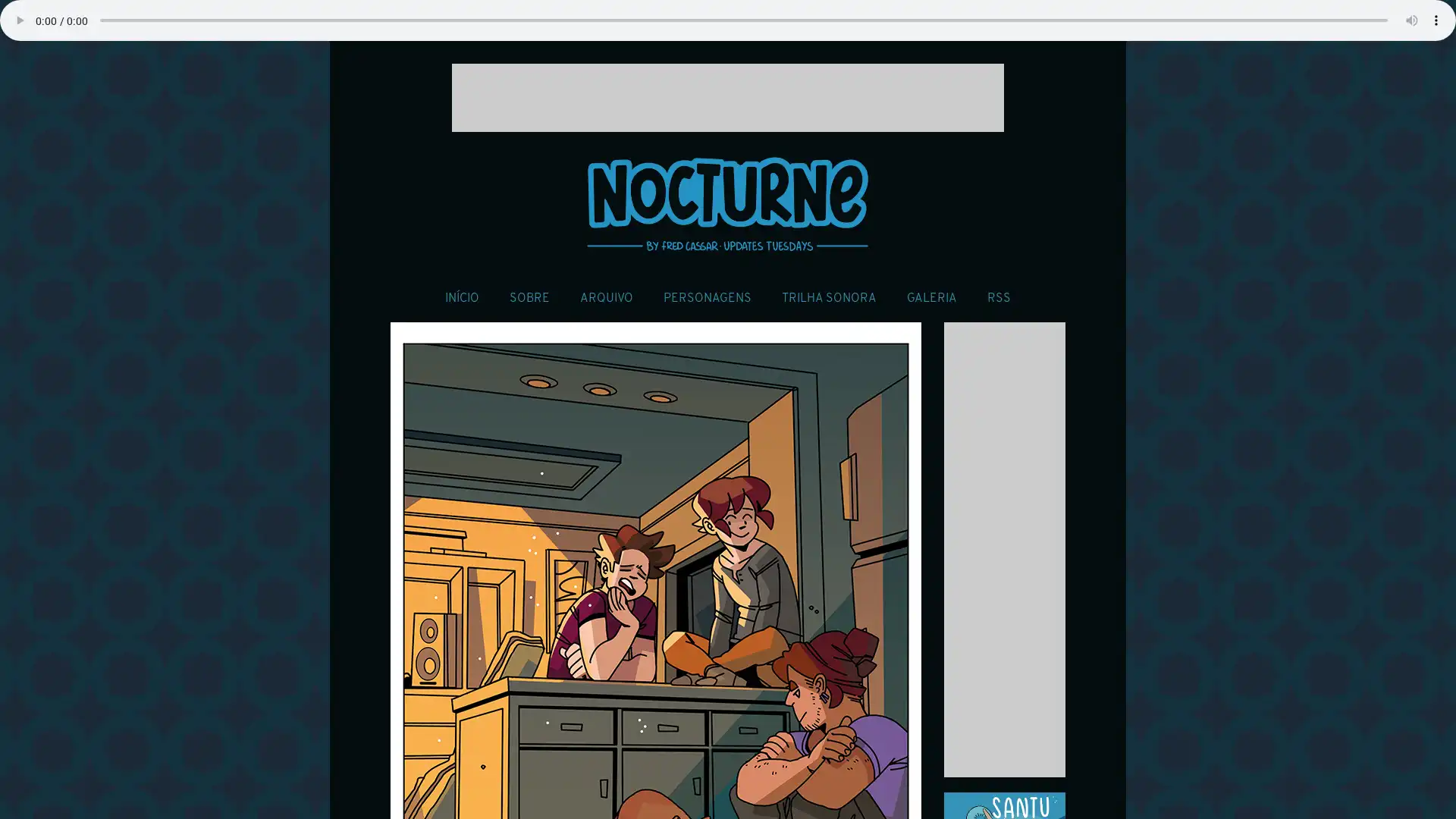 The image size is (1456, 819). I want to click on show more media controls, so click(1436, 20).